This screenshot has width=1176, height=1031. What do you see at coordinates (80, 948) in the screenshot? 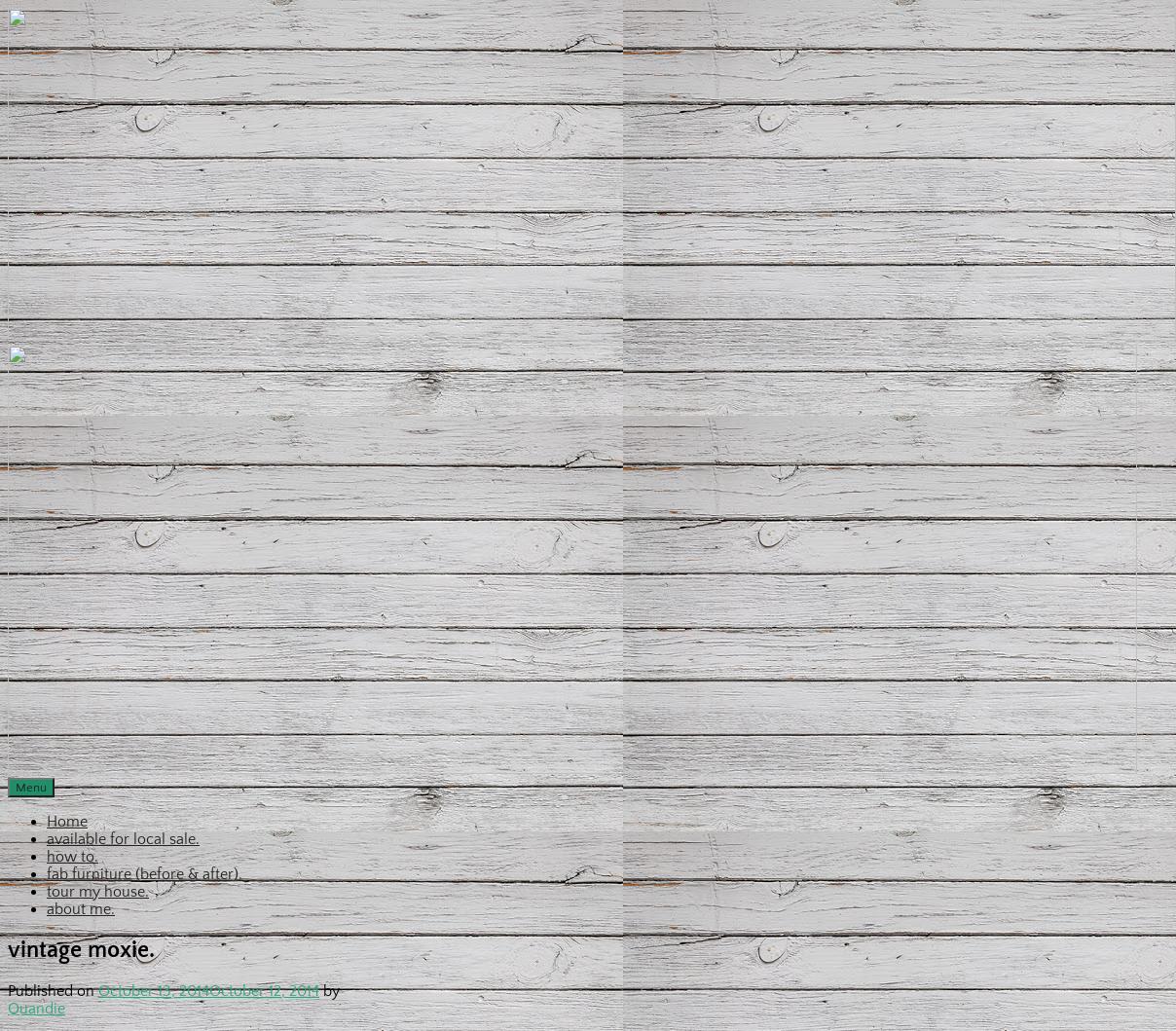
I see `'vintage moxie.'` at bounding box center [80, 948].